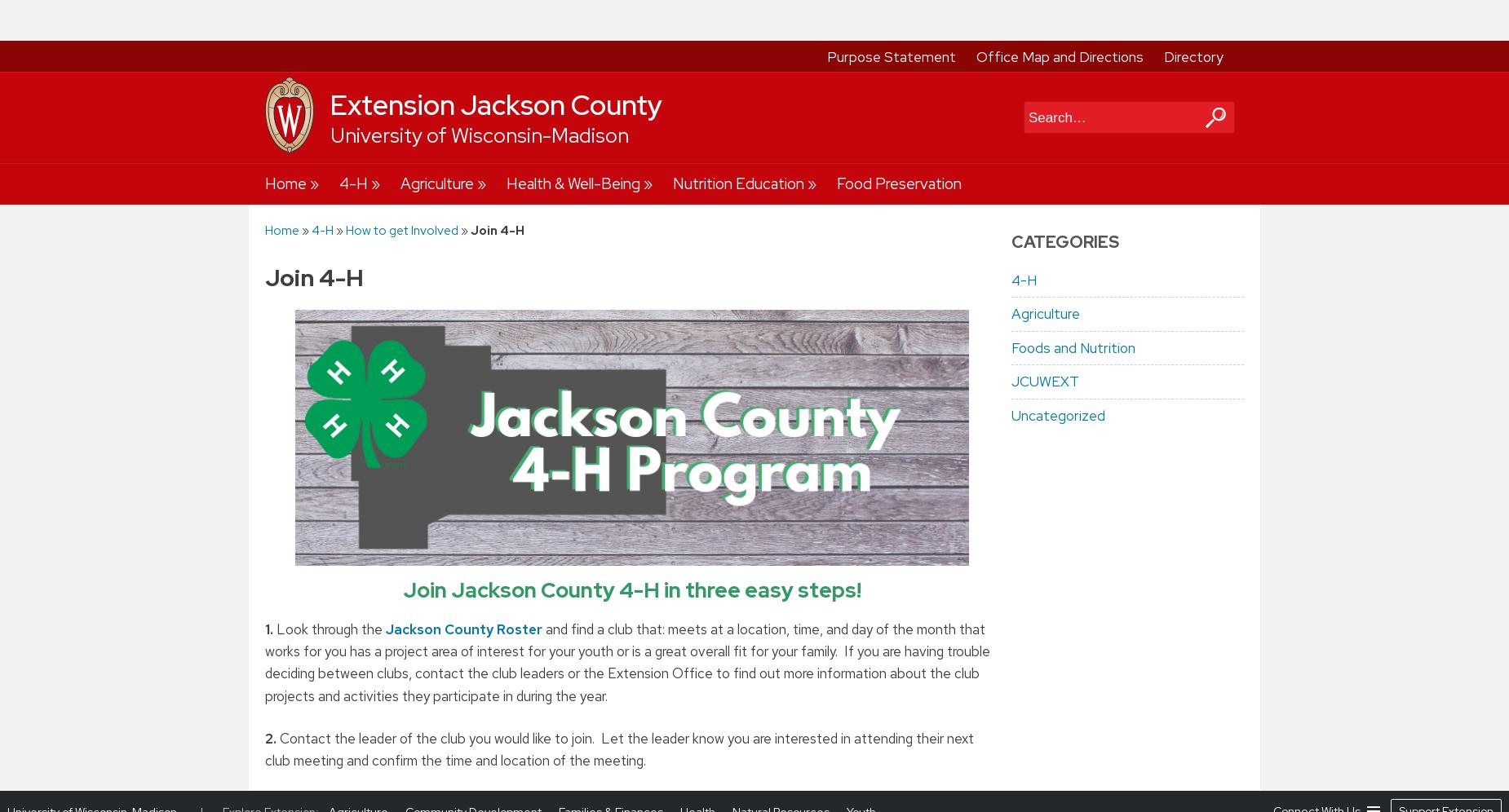 This screenshot has width=1509, height=812. What do you see at coordinates (305, 542) in the screenshot?
I see `'At the bottom of the next screen, click on the button for'` at bounding box center [305, 542].